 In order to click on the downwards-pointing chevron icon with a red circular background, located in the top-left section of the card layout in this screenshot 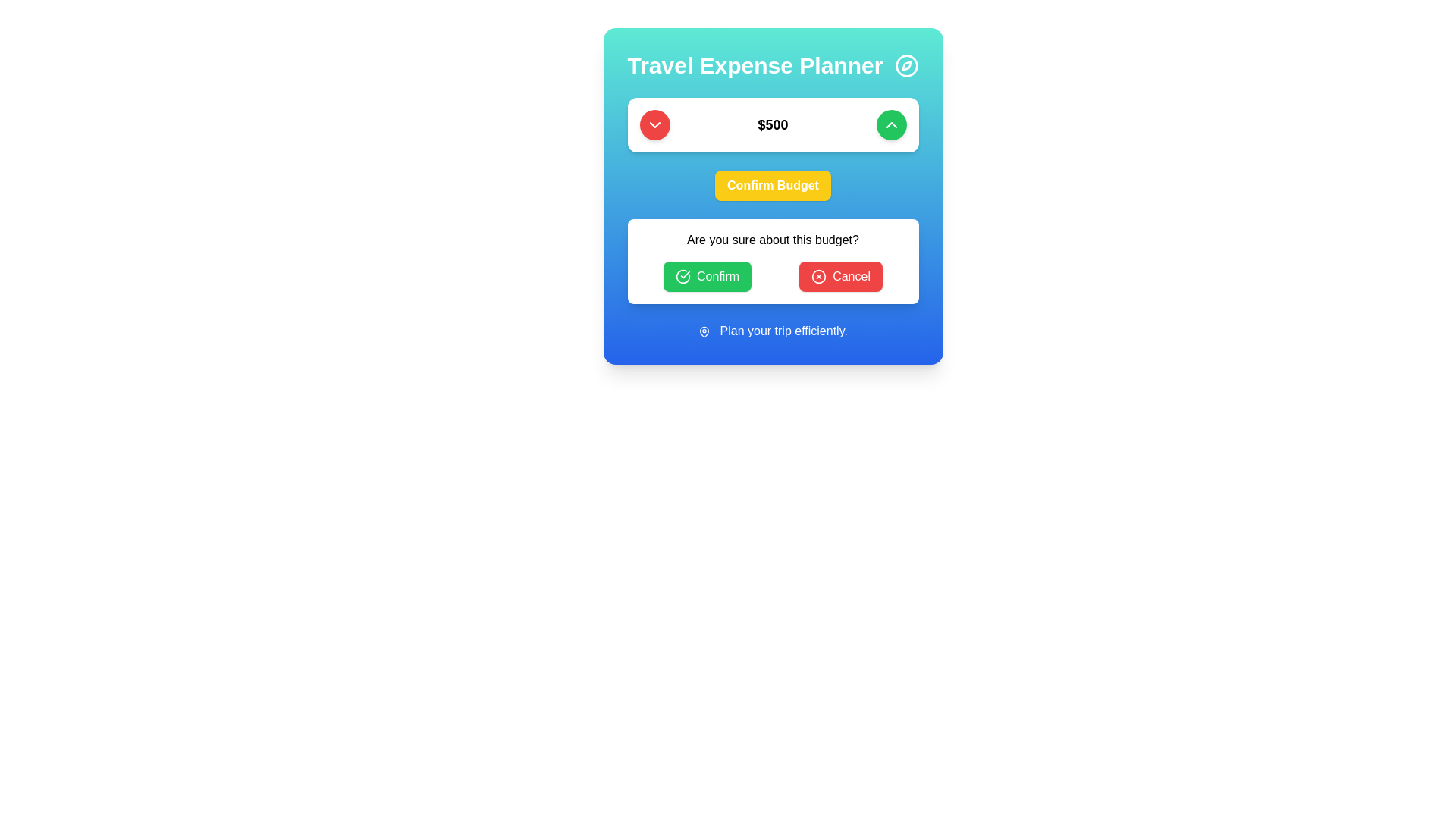, I will do `click(654, 124)`.